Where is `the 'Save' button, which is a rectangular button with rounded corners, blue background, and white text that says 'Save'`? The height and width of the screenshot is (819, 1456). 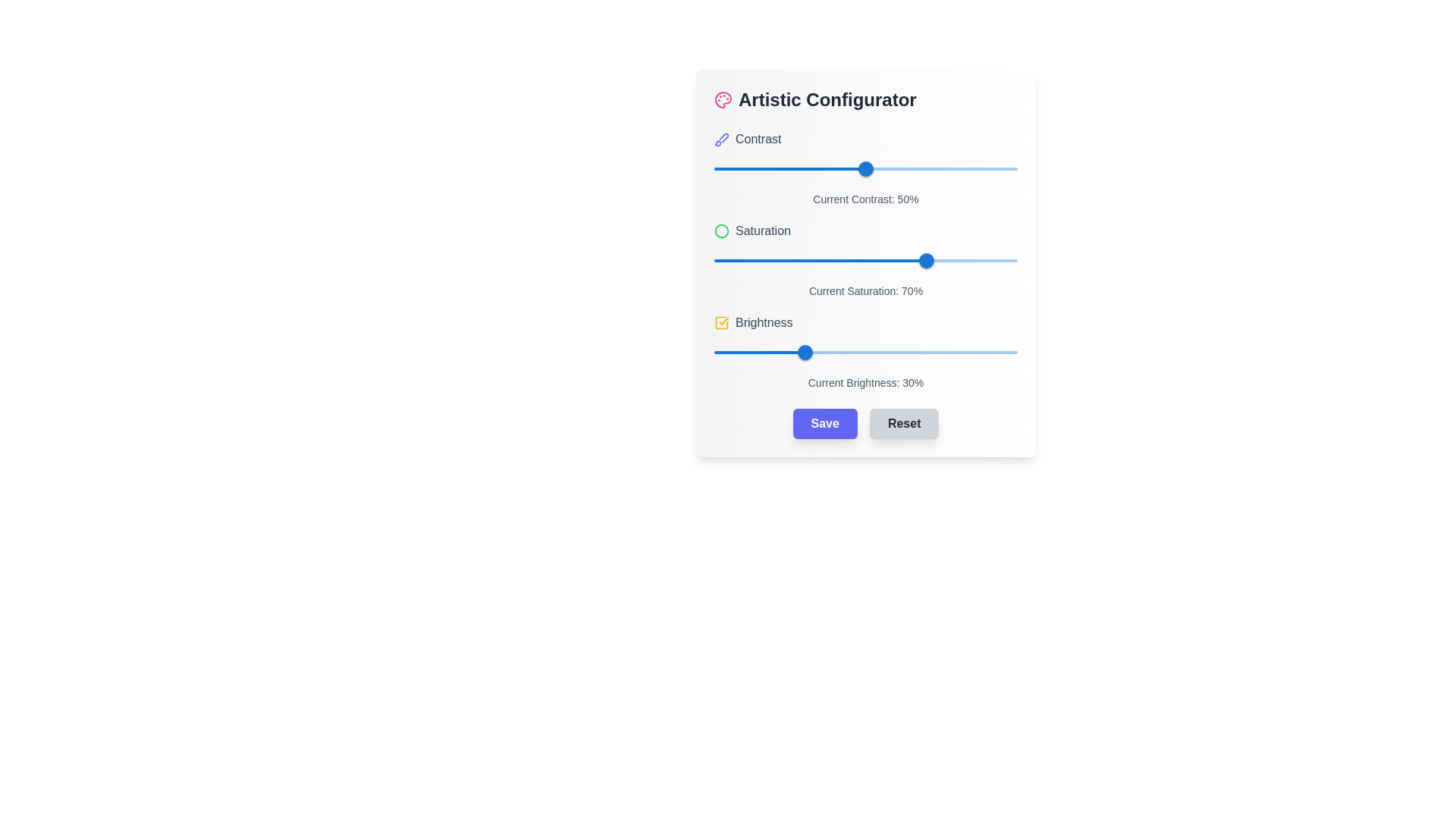
the 'Save' button, which is a rectangular button with rounded corners, blue background, and white text that says 'Save' is located at coordinates (824, 424).